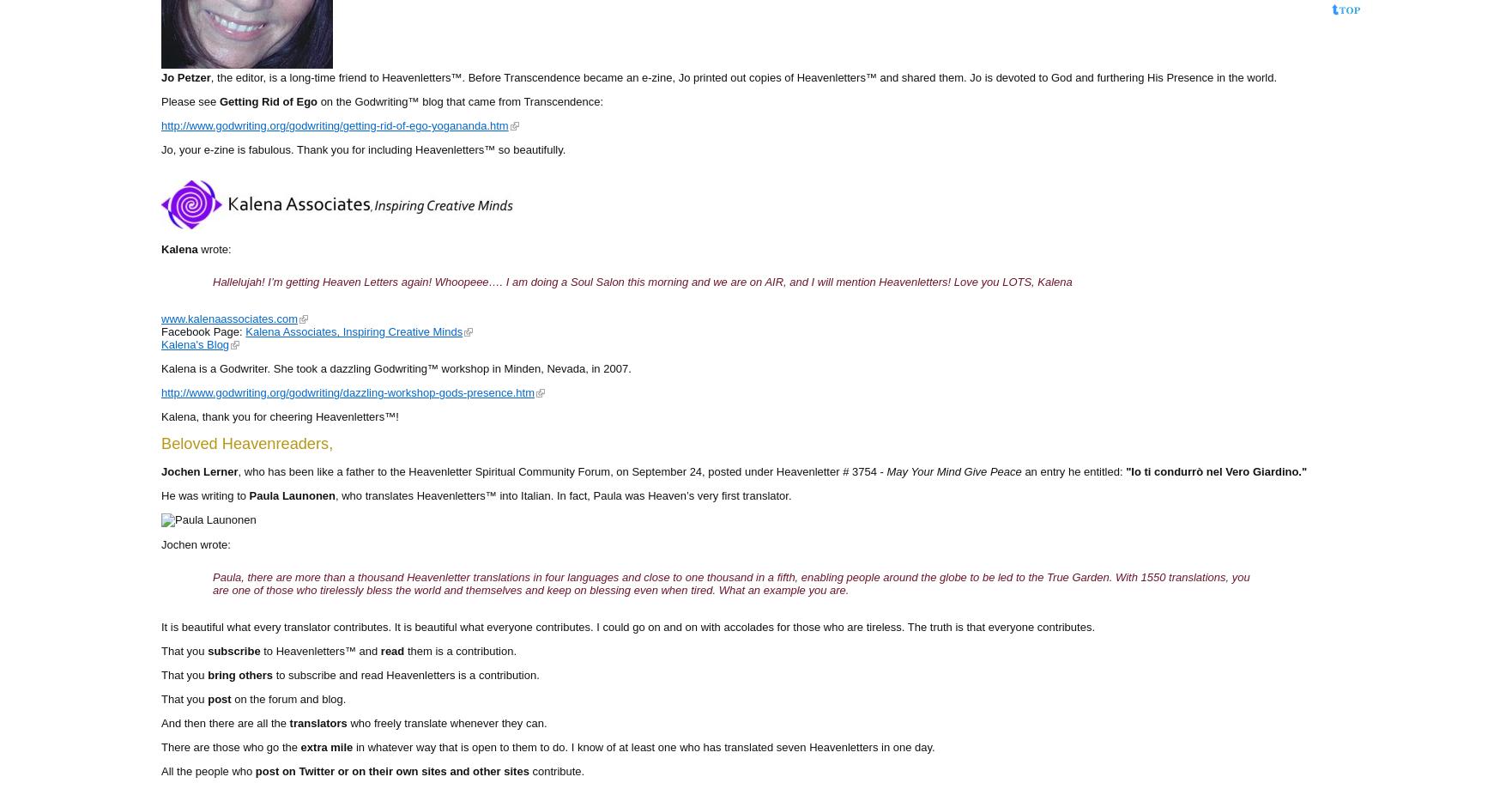 The width and height of the screenshot is (1512, 789). I want to click on 'translators', so click(318, 721).